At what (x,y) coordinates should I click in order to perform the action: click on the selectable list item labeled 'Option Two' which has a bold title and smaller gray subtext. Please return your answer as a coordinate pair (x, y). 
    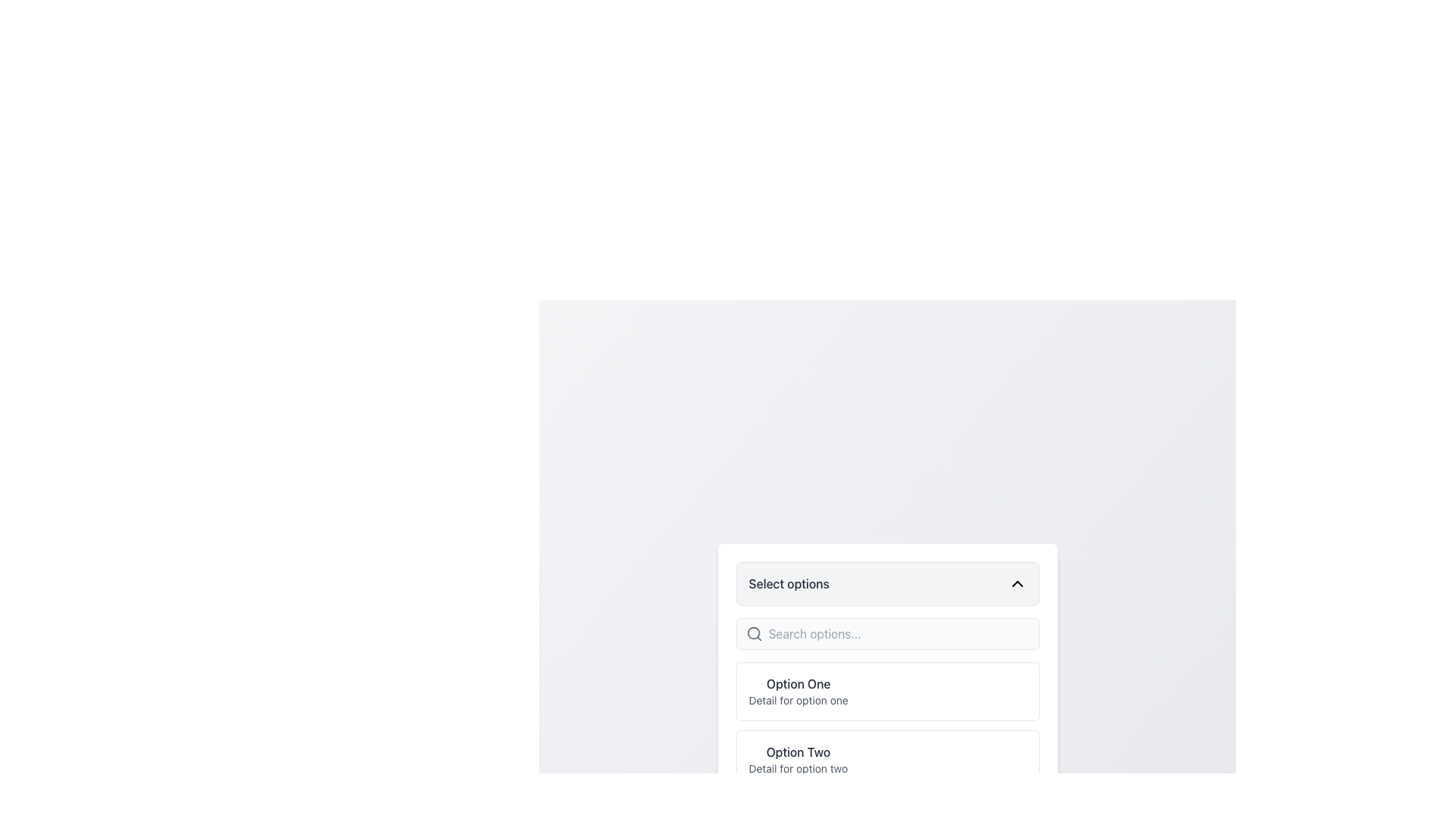
    Looking at the image, I should click on (887, 760).